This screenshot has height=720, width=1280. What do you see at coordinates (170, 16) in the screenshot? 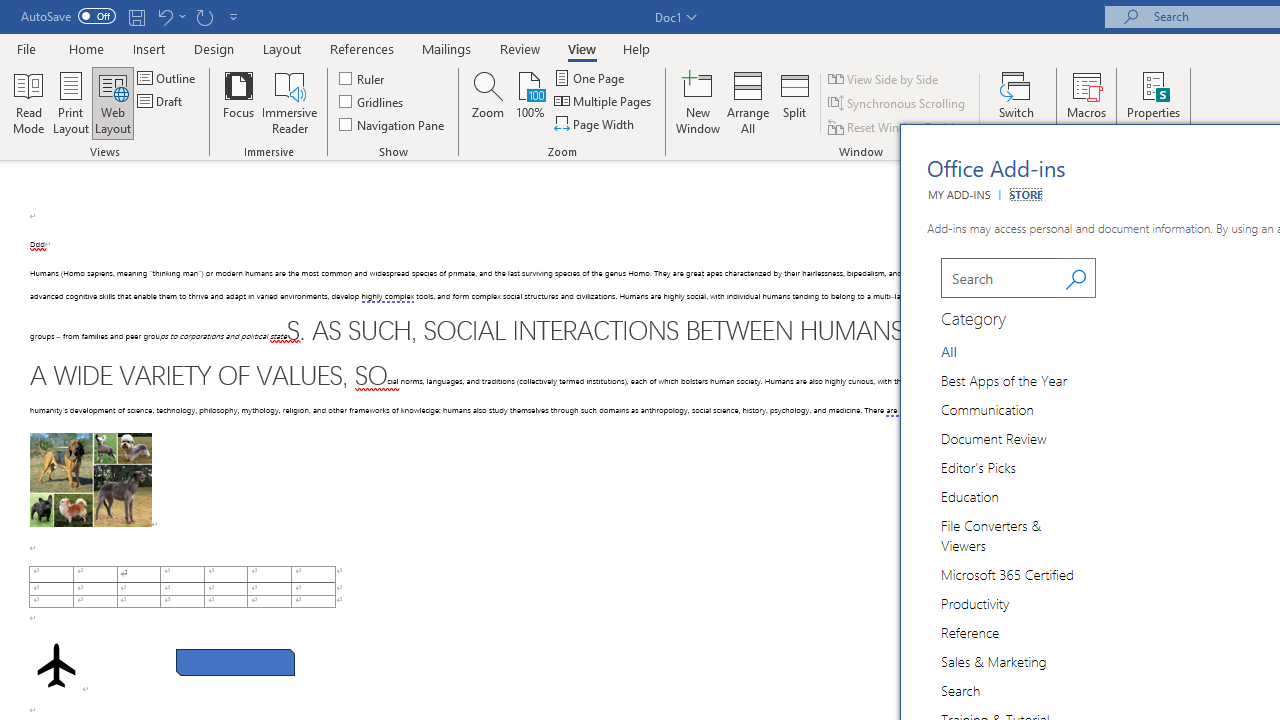
I see `'Undo Paragraph Alignment'` at bounding box center [170, 16].